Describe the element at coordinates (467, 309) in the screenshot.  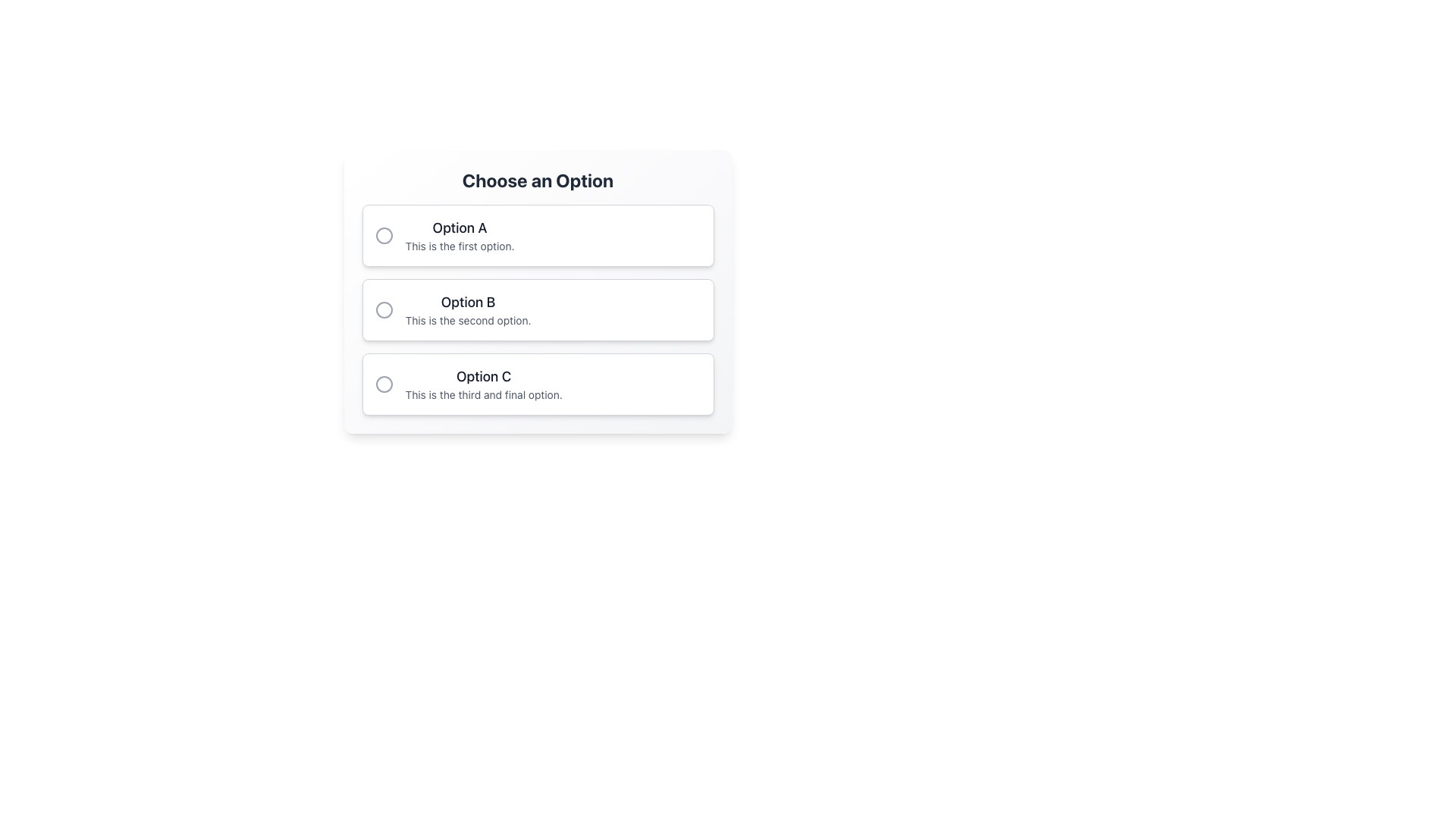
I see `the text label containing 'Option B' and the subtitle 'This is the second option.', which is positioned below 'Option A' in a vertical list of choices` at that location.